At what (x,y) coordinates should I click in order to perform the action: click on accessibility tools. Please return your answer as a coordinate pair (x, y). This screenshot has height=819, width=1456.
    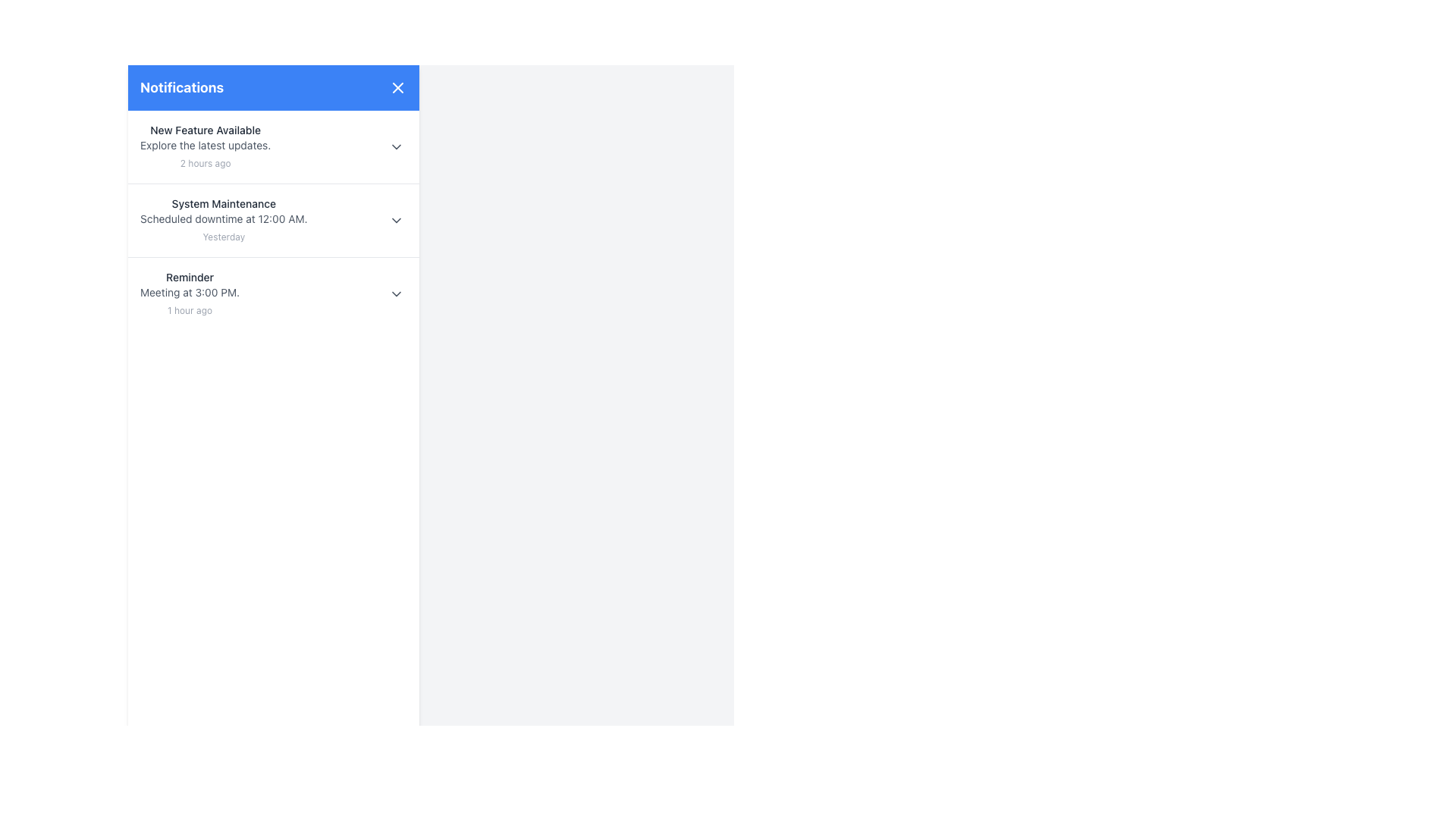
    Looking at the image, I should click on (189, 294).